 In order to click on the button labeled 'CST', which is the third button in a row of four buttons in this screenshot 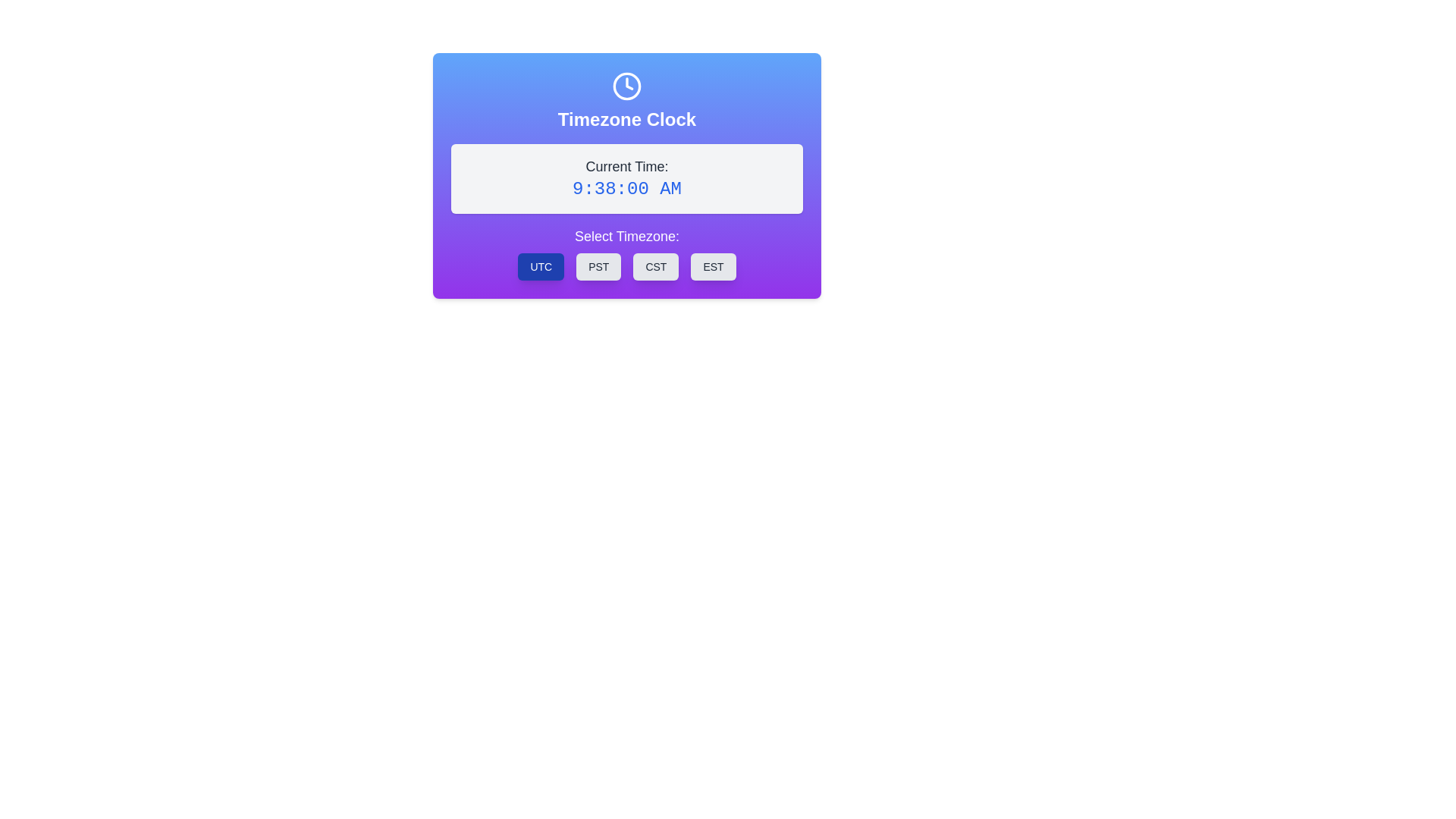, I will do `click(656, 265)`.